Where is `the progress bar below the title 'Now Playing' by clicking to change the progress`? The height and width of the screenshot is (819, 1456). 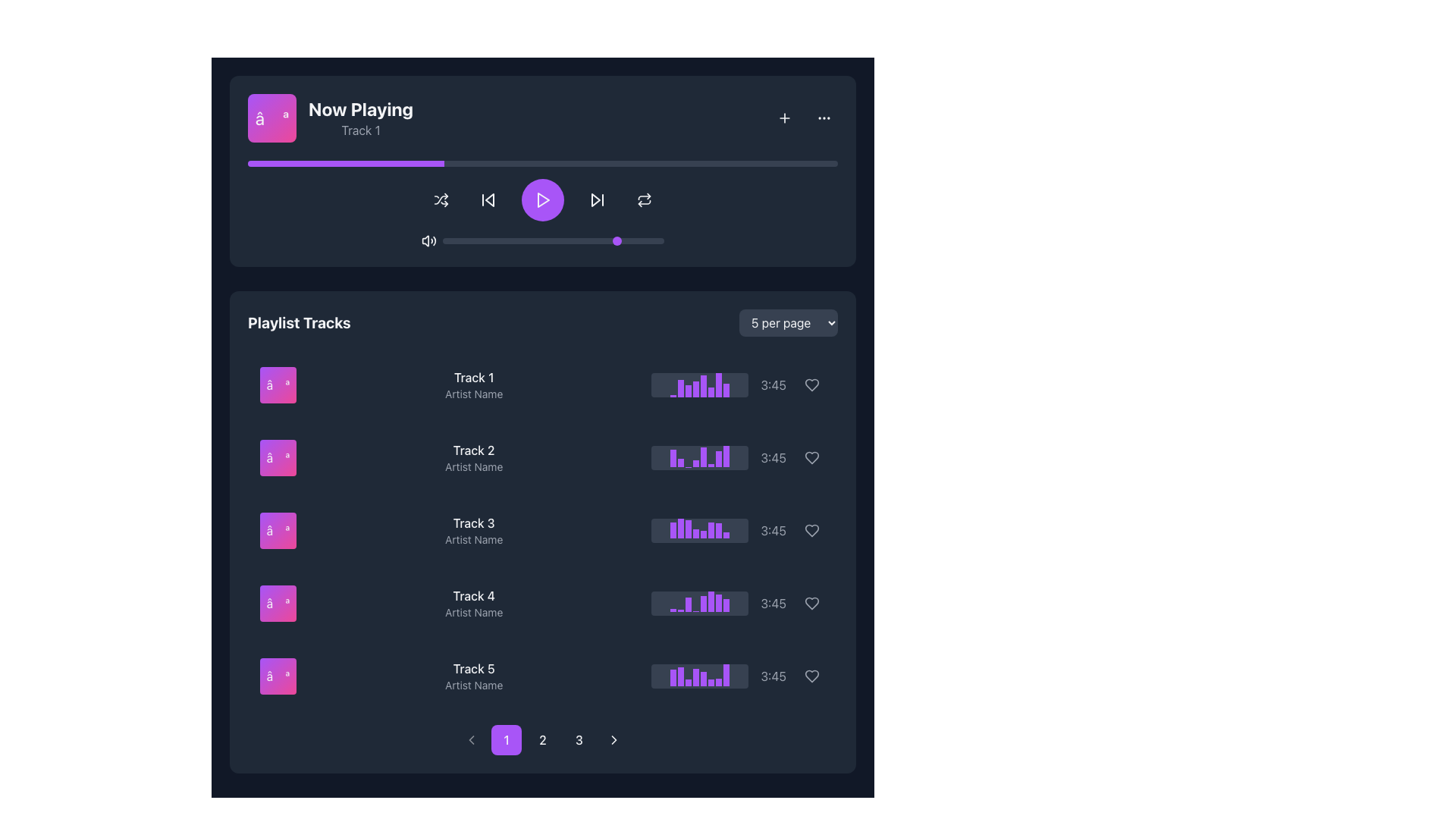 the progress bar below the title 'Now Playing' by clicking to change the progress is located at coordinates (542, 164).